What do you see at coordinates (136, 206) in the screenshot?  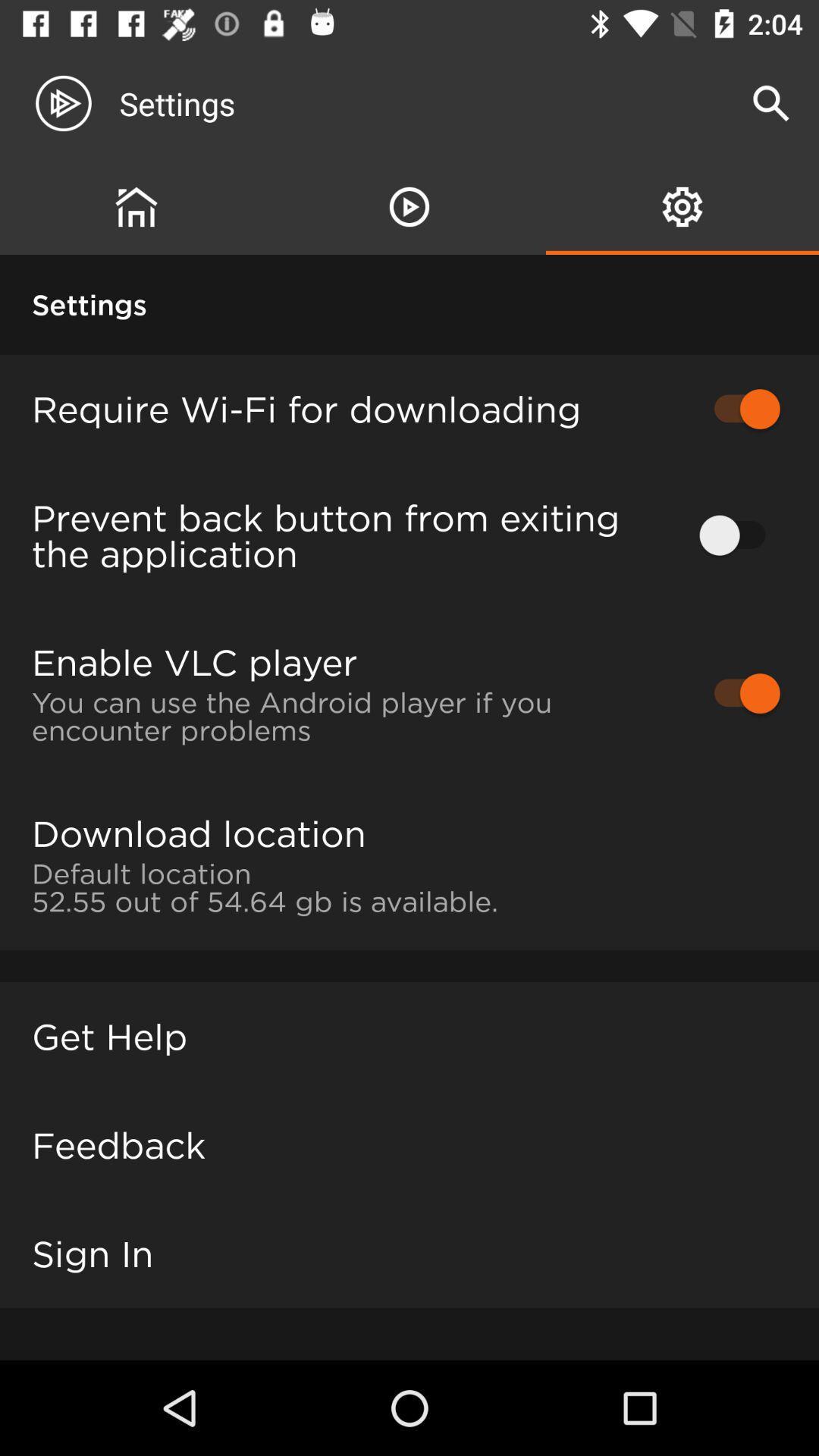 I see `icon above settings icon` at bounding box center [136, 206].